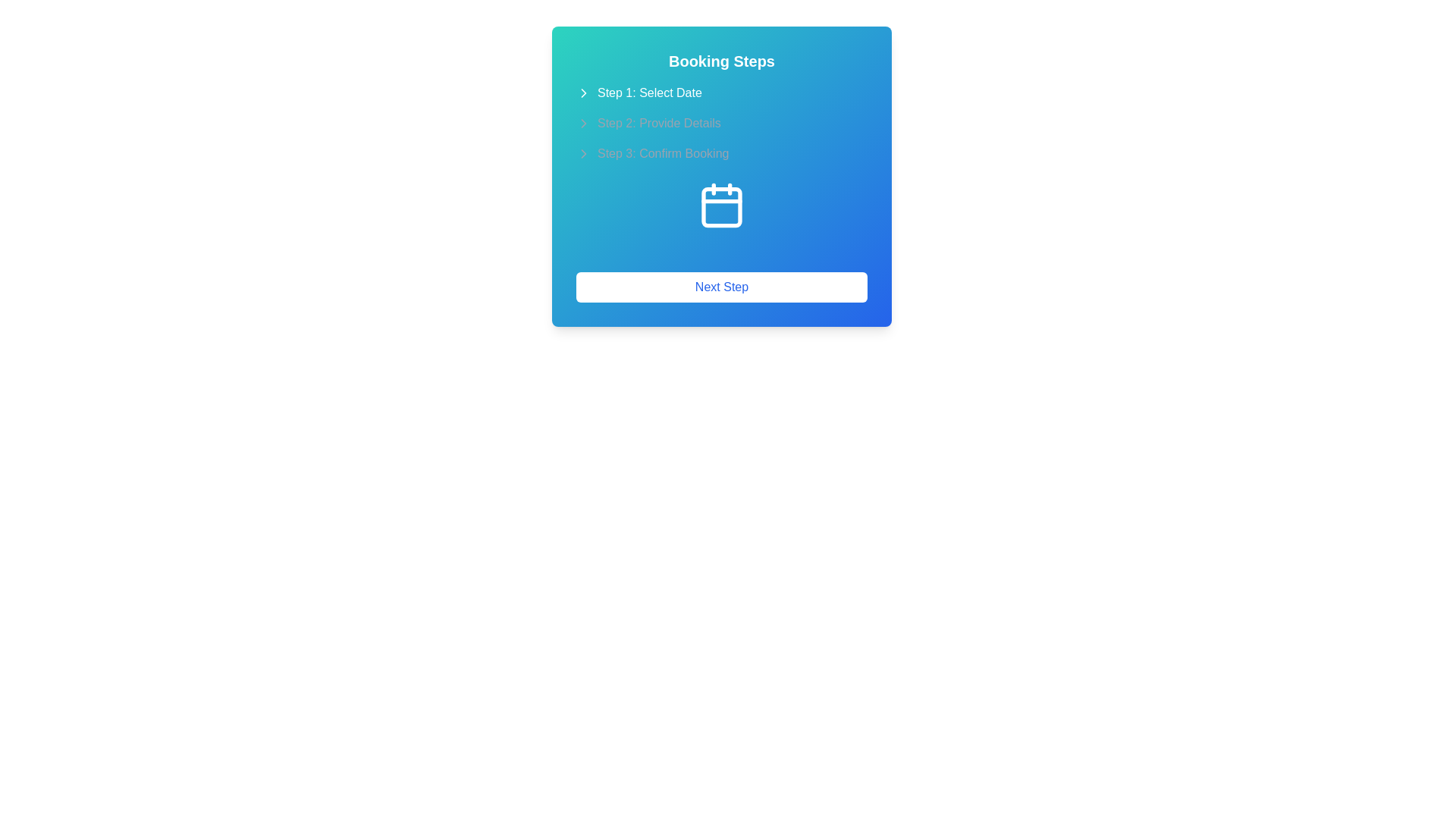 Image resolution: width=1456 pixels, height=819 pixels. What do you see at coordinates (659, 122) in the screenshot?
I see `the gray-colored text label displaying 'Step 2: Provide Details', which is part of a vertical step list in a card-like interface` at bounding box center [659, 122].